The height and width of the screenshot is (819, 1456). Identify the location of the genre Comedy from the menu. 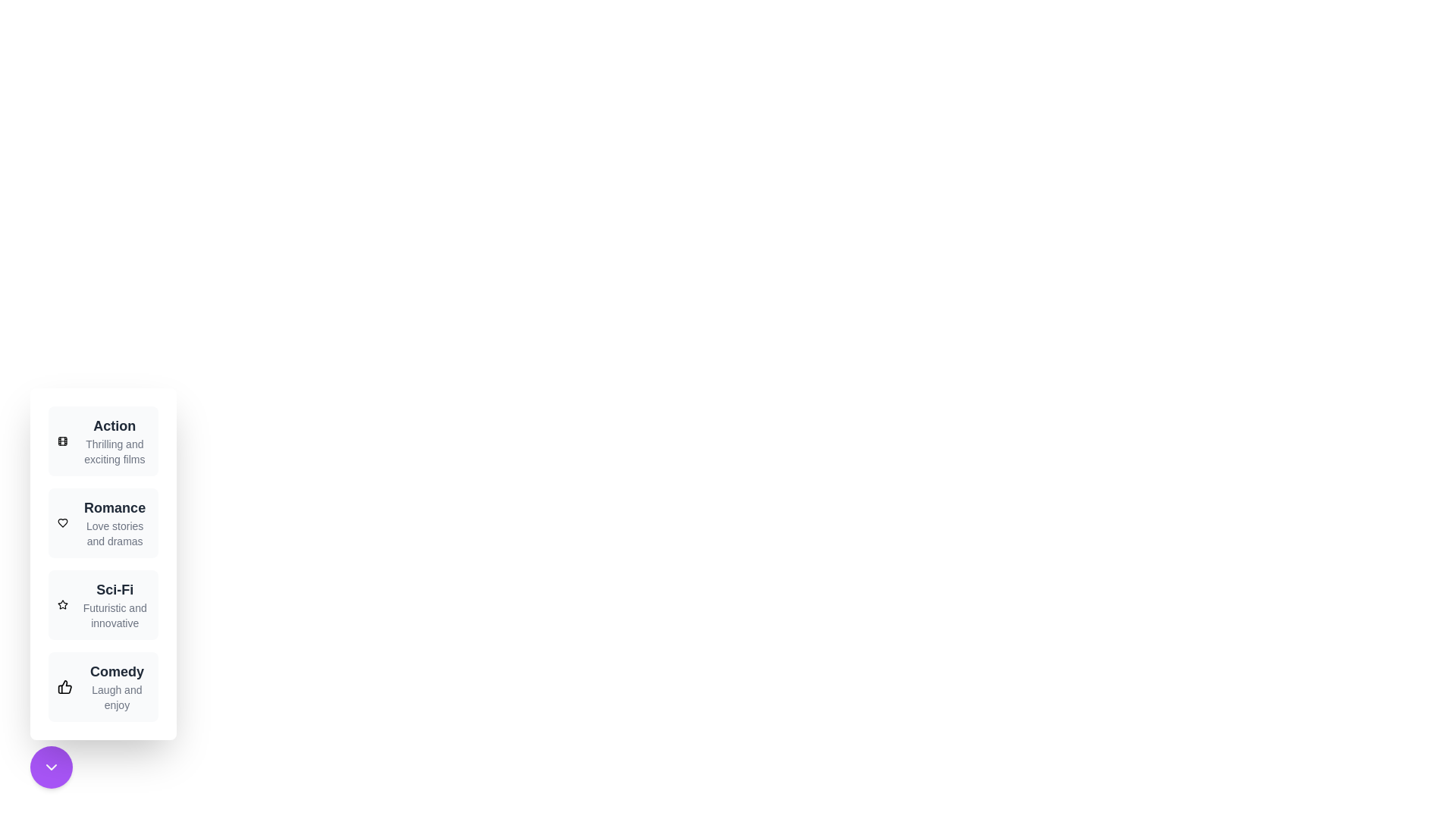
(102, 687).